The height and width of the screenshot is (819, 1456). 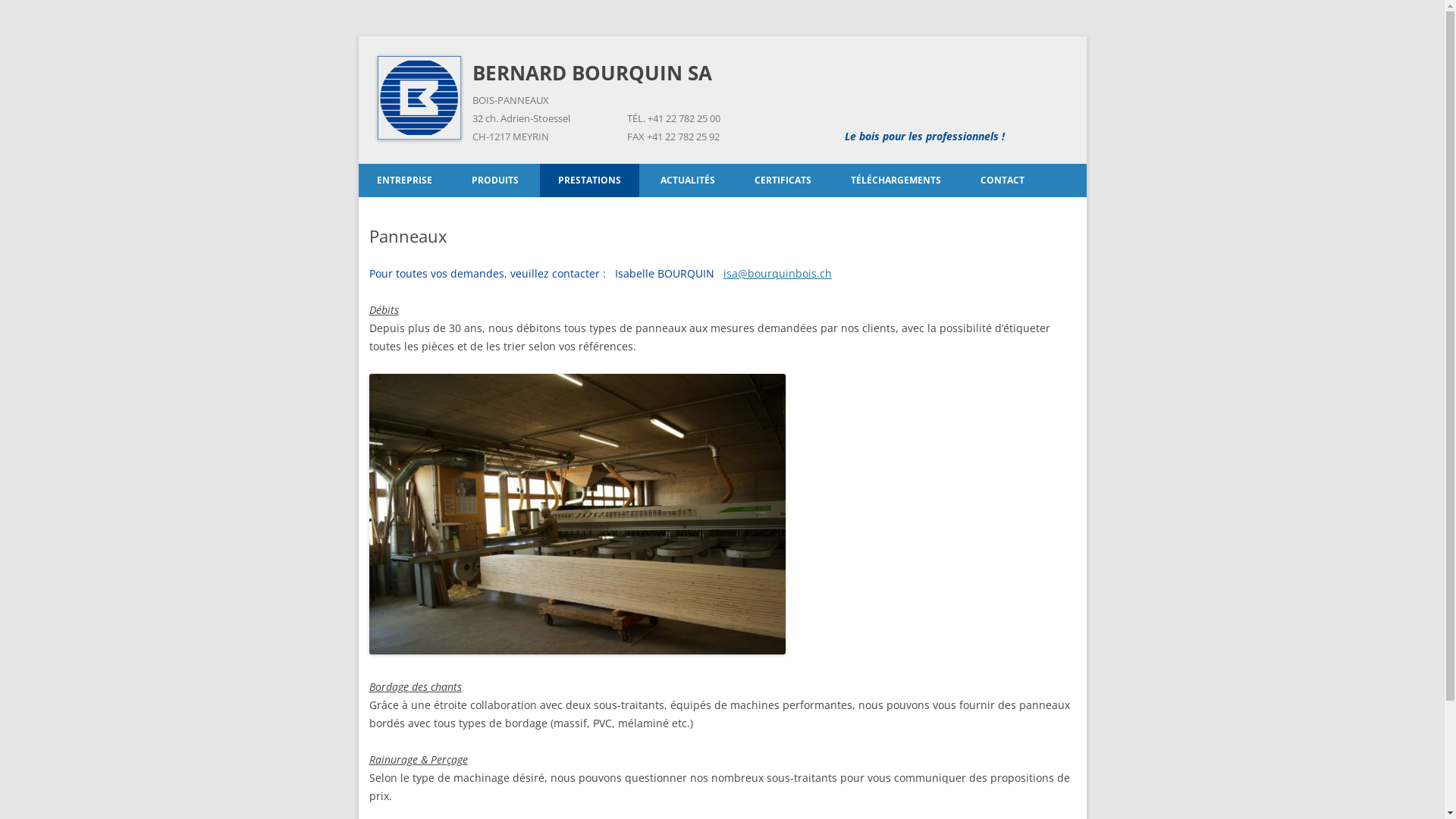 I want to click on 'CERTIFICATS', so click(x=782, y=180).